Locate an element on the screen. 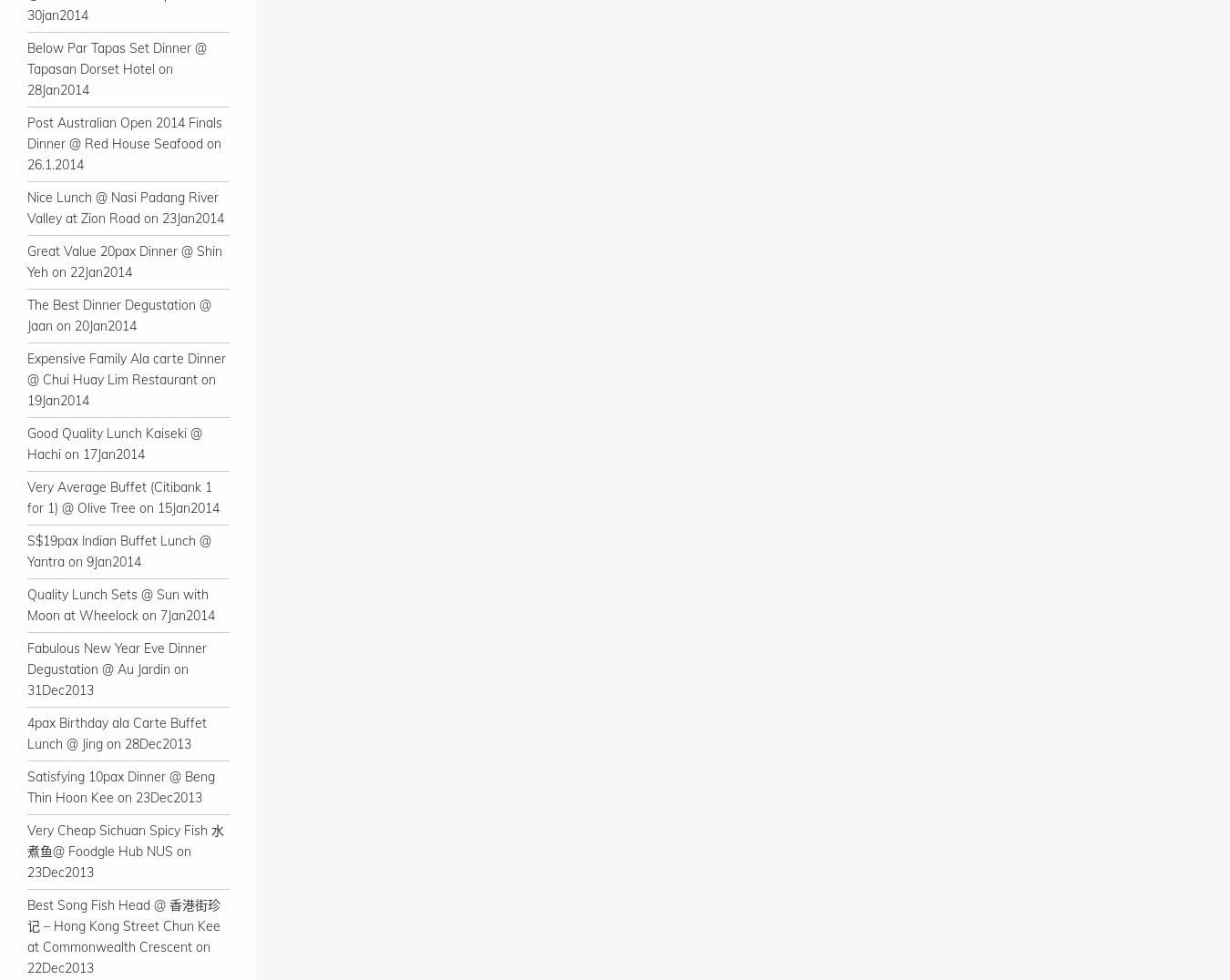 The width and height of the screenshot is (1230, 980). '4pax Birthday ala Carte Buffet Lunch @ Jing on 28Dec2013' is located at coordinates (117, 733).